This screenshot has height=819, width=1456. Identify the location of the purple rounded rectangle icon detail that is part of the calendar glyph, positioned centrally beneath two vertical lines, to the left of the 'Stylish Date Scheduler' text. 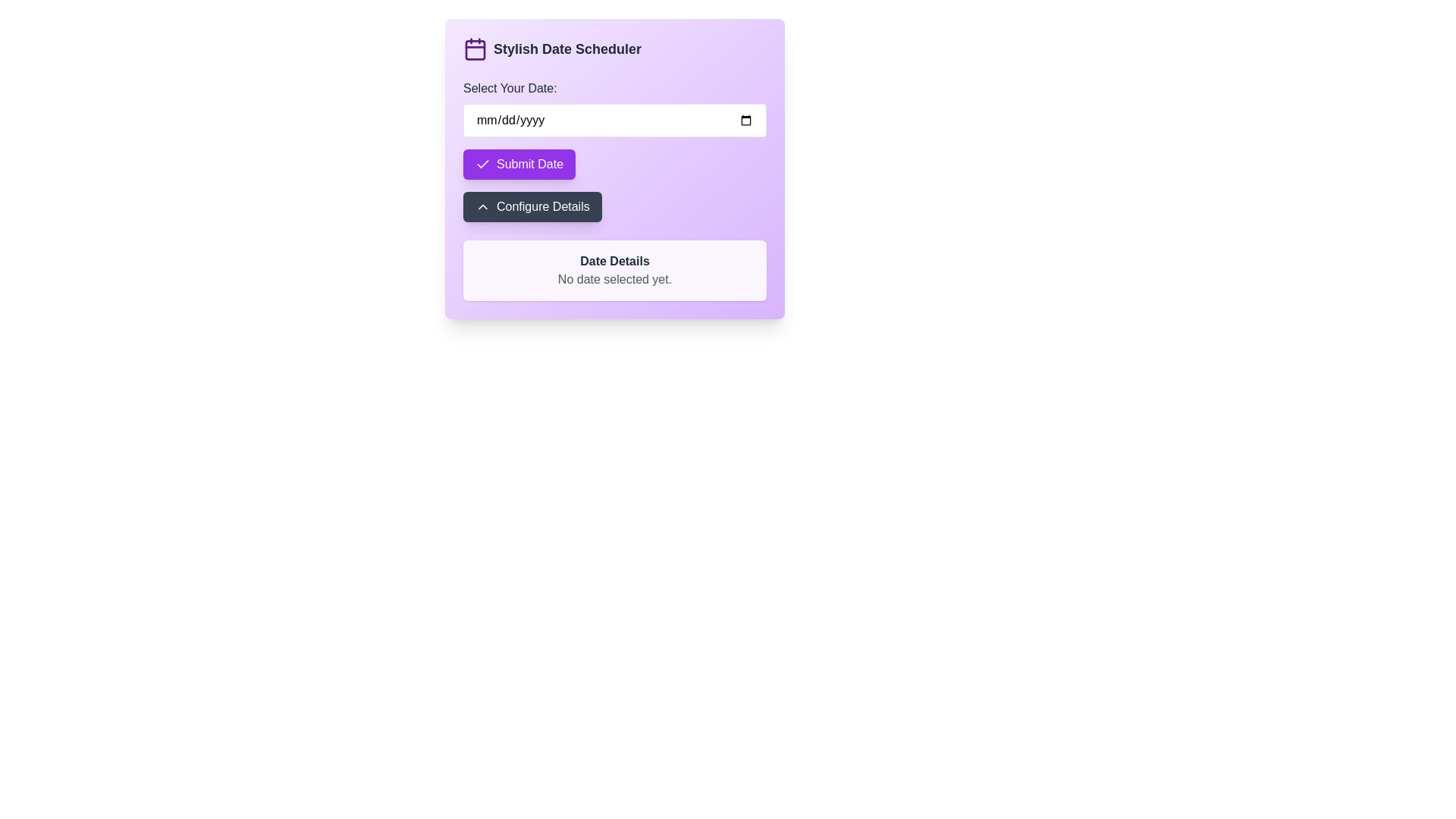
(475, 49).